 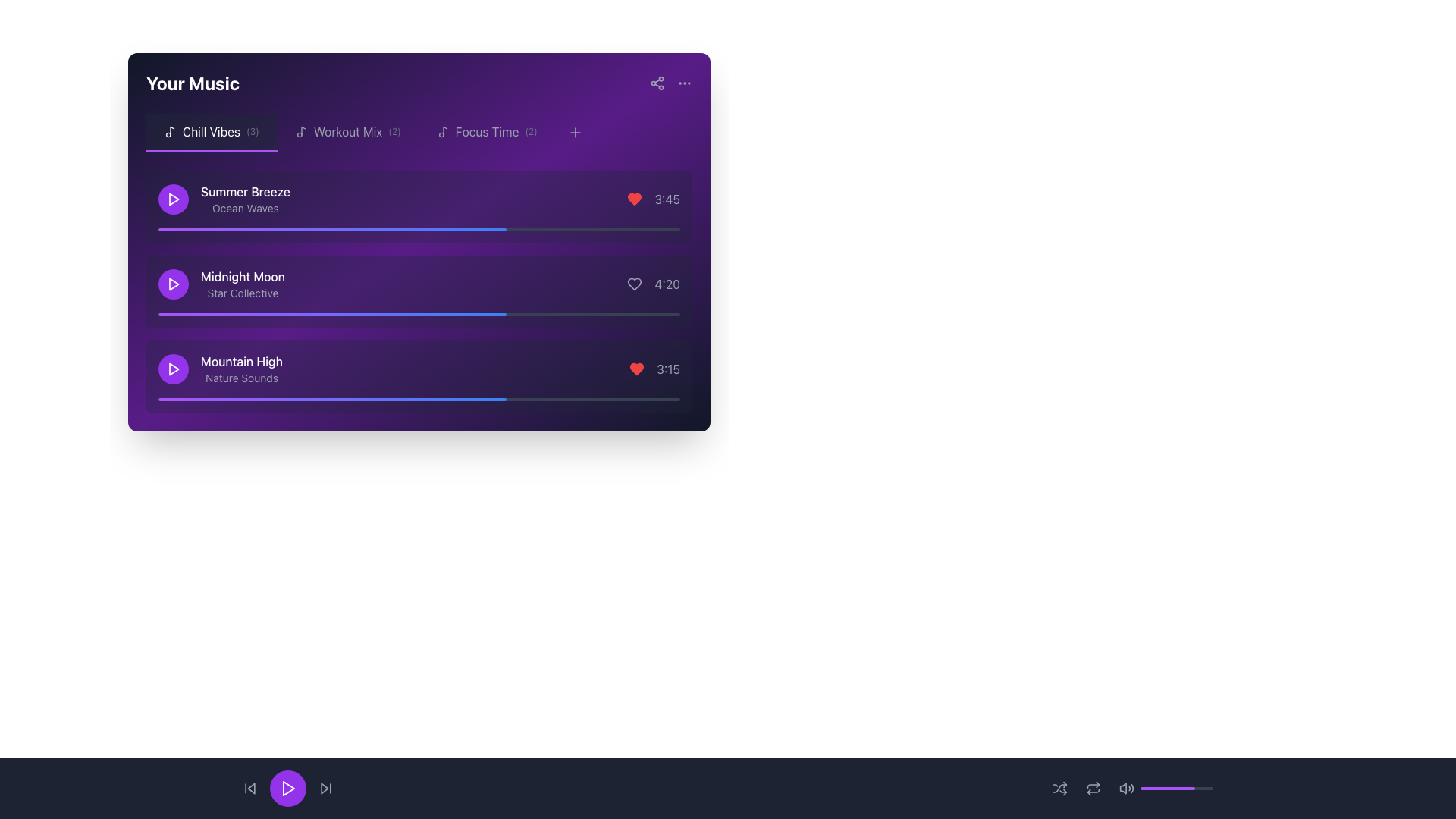 What do you see at coordinates (628, 230) in the screenshot?
I see `progress` at bounding box center [628, 230].